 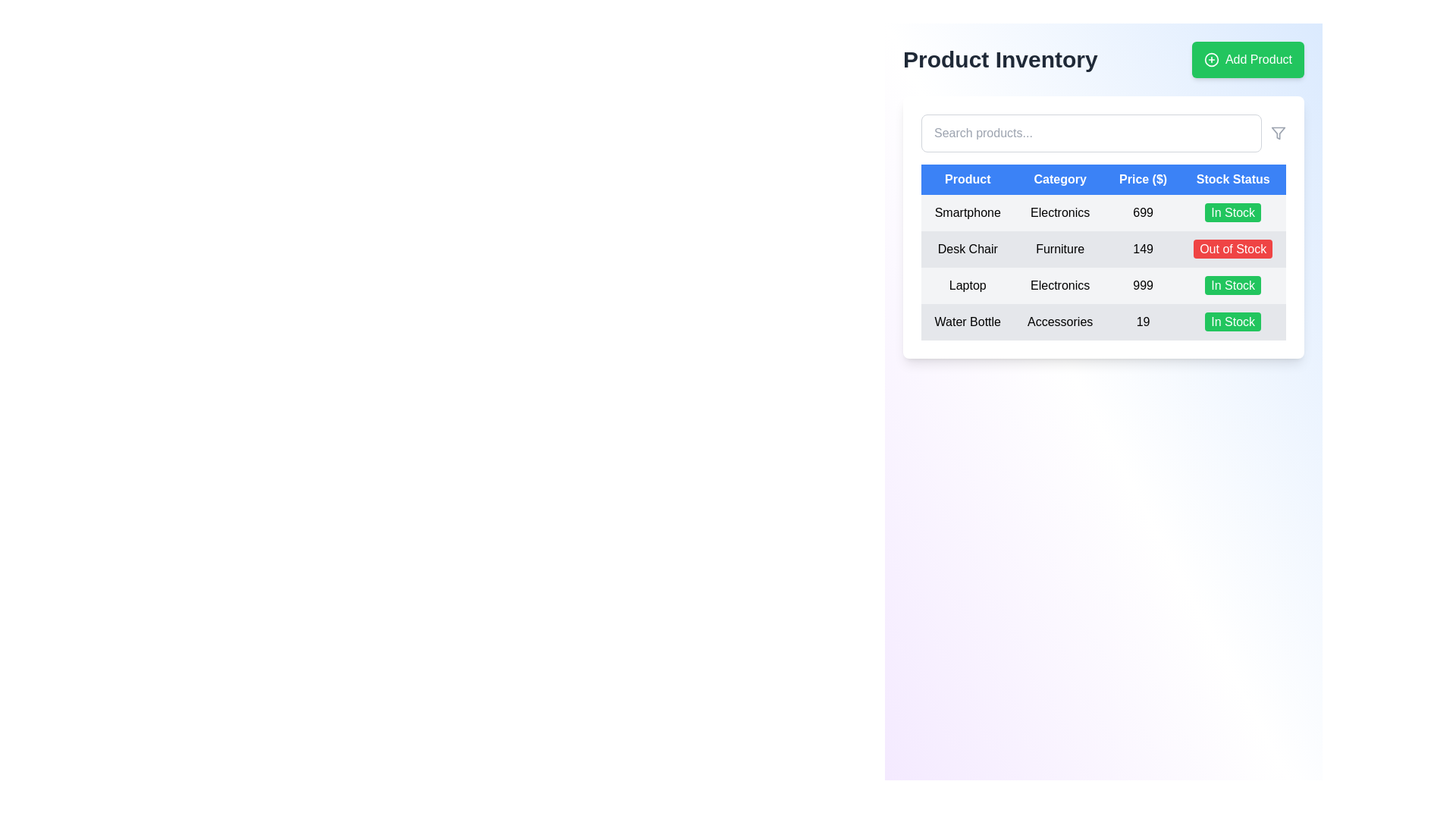 What do you see at coordinates (1059, 178) in the screenshot?
I see `the 'Category' label header in the data table, which is positioned between the 'Product' label and the 'Price ($)' label` at bounding box center [1059, 178].